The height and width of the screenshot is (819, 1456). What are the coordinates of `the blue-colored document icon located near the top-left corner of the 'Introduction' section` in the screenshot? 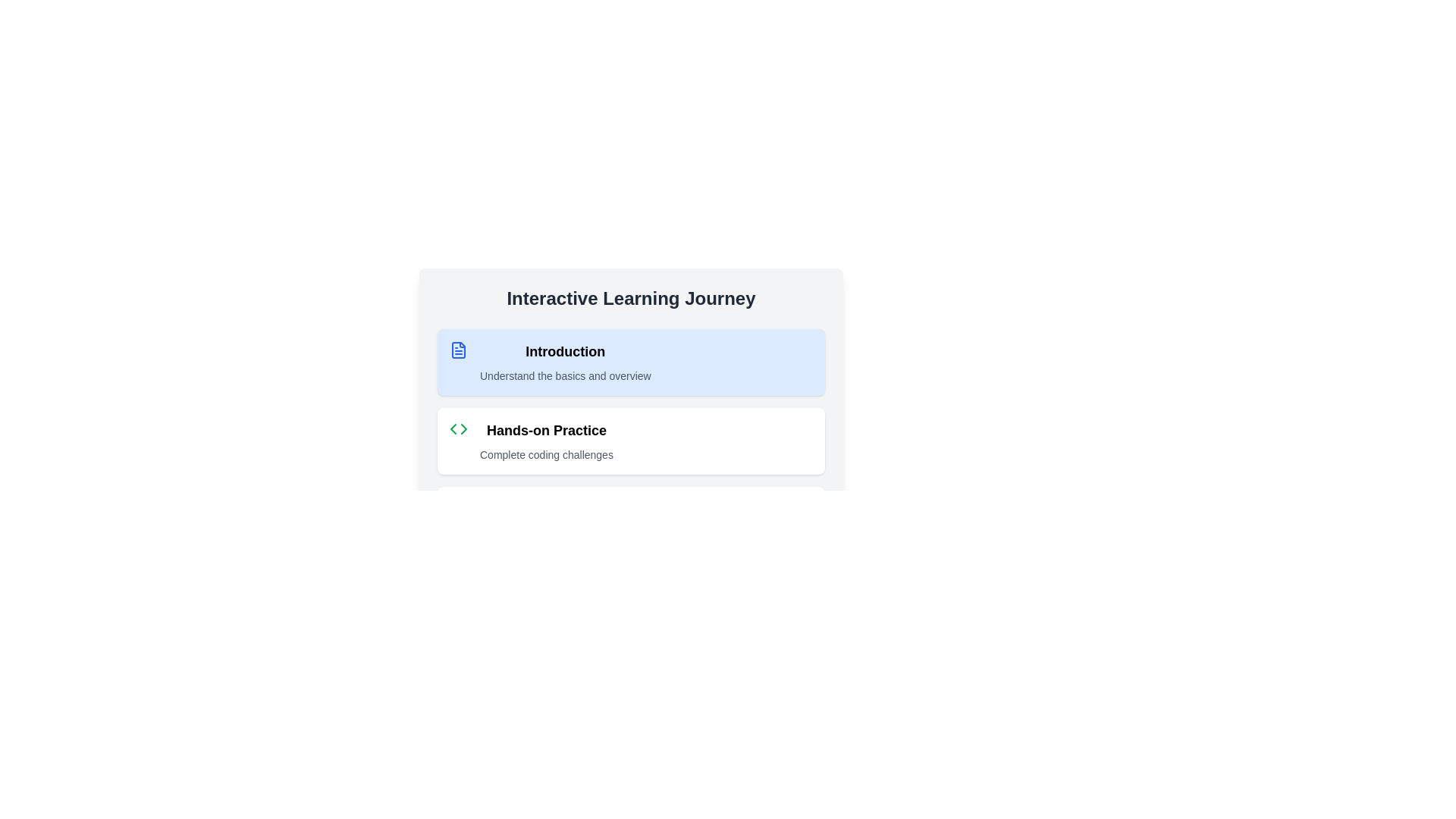 It's located at (457, 350).